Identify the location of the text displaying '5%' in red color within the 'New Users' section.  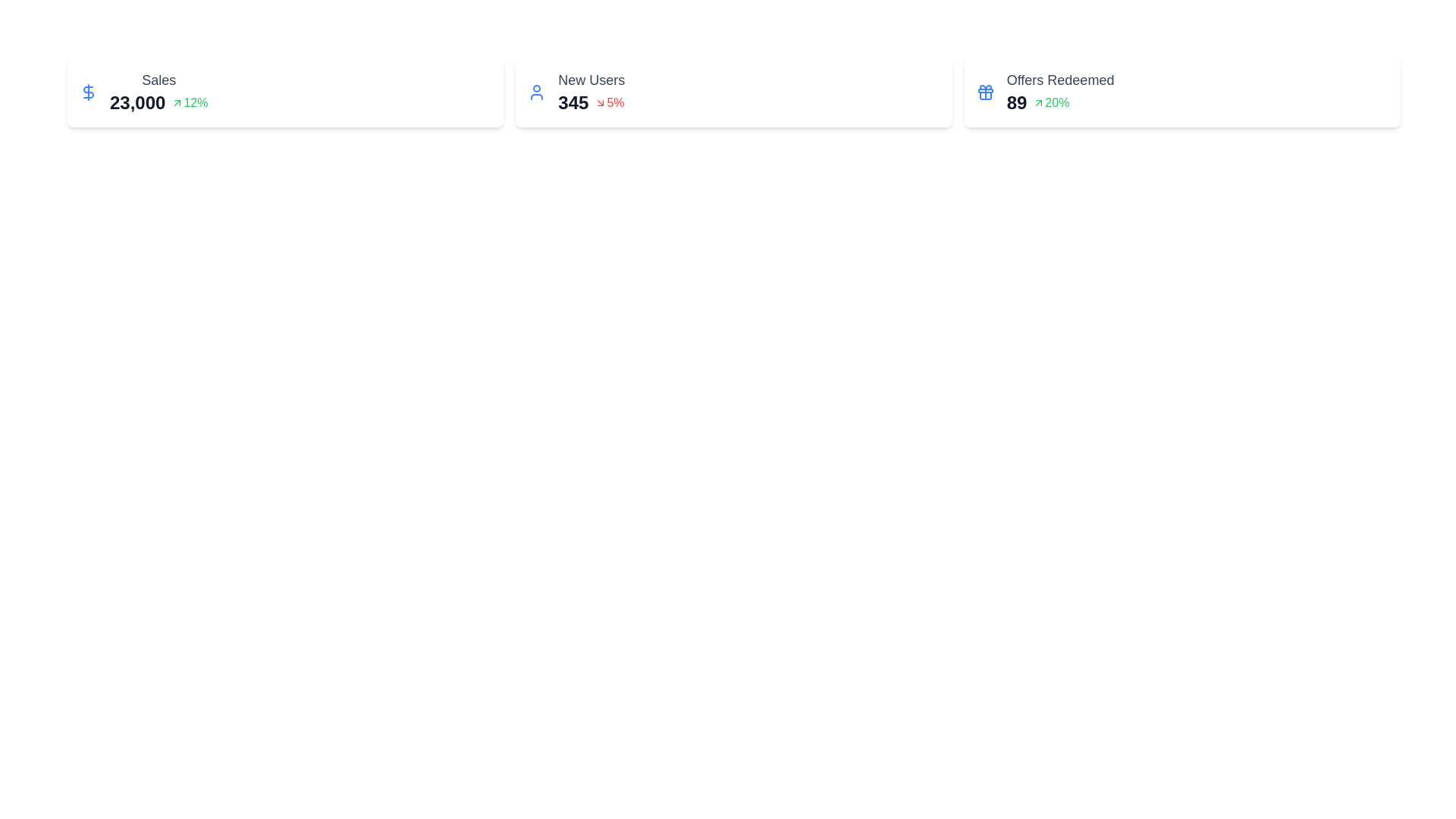
(609, 102).